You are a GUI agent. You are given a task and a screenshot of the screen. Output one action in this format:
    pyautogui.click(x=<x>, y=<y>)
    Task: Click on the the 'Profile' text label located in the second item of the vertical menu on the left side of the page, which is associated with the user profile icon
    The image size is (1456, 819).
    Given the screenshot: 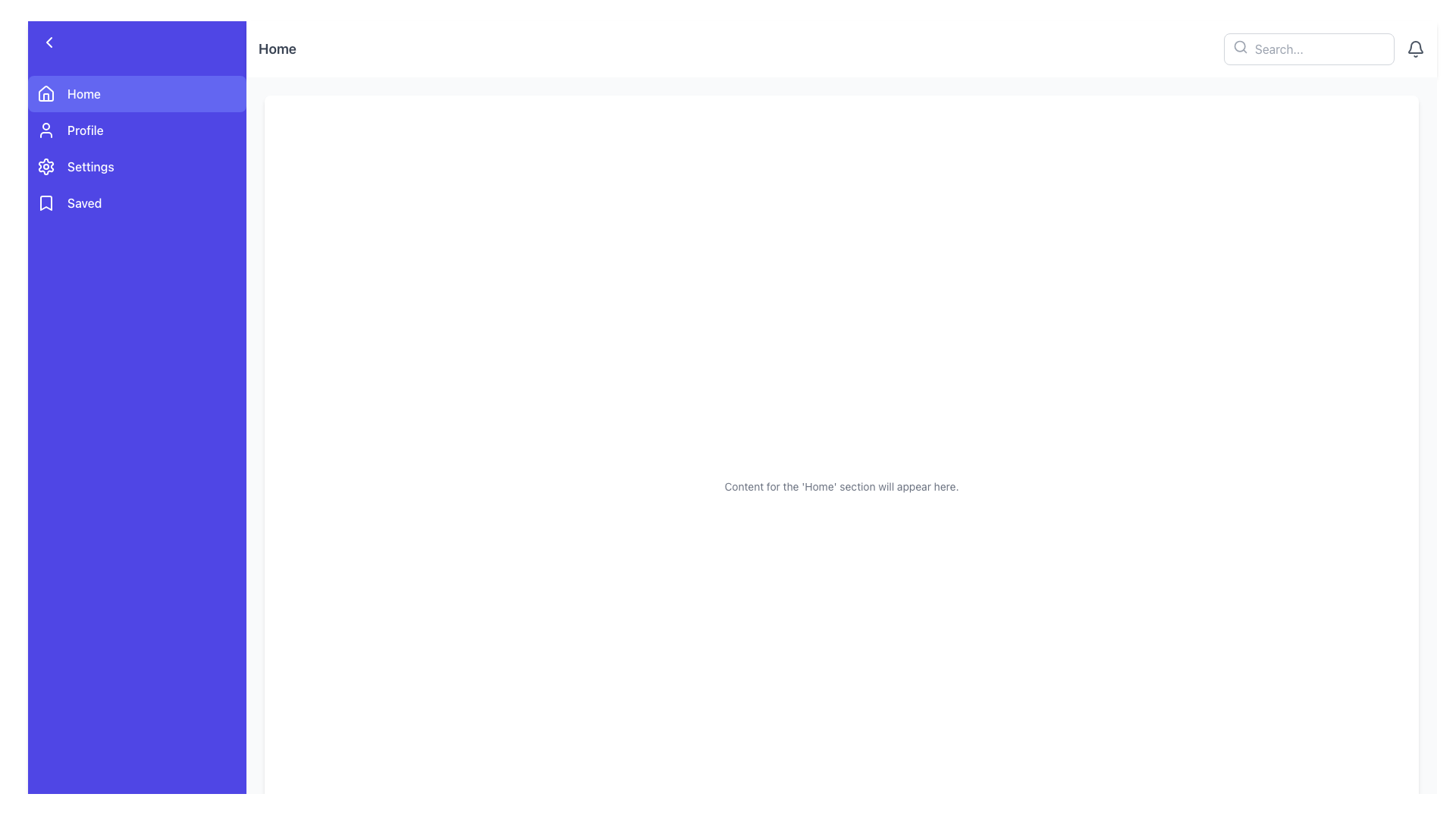 What is the action you would take?
    pyautogui.click(x=84, y=130)
    